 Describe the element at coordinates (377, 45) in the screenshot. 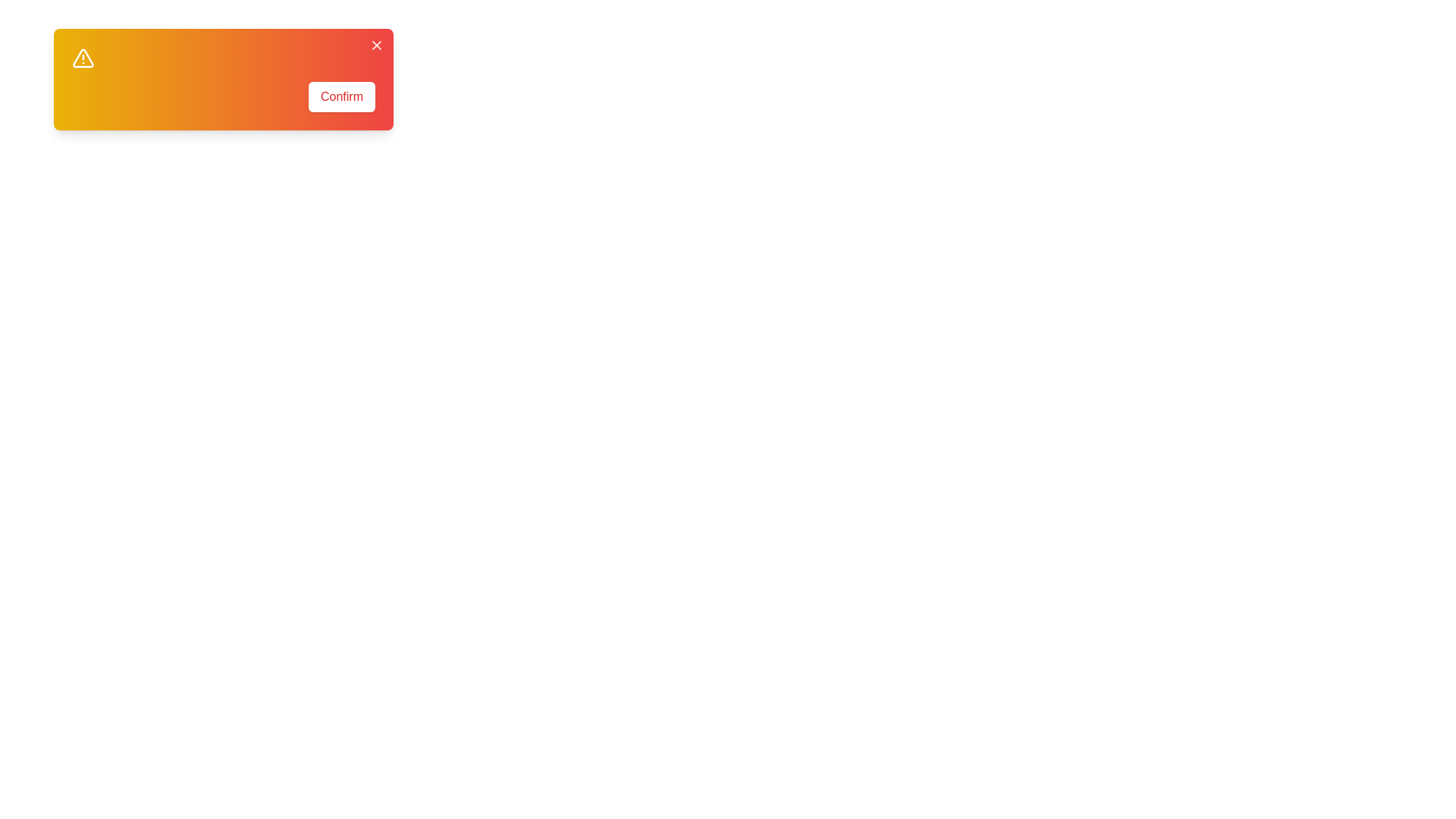

I see `the small red circular close button with a white cross (X) located at the top-right corner of the notification card to trigger hover effects` at that location.